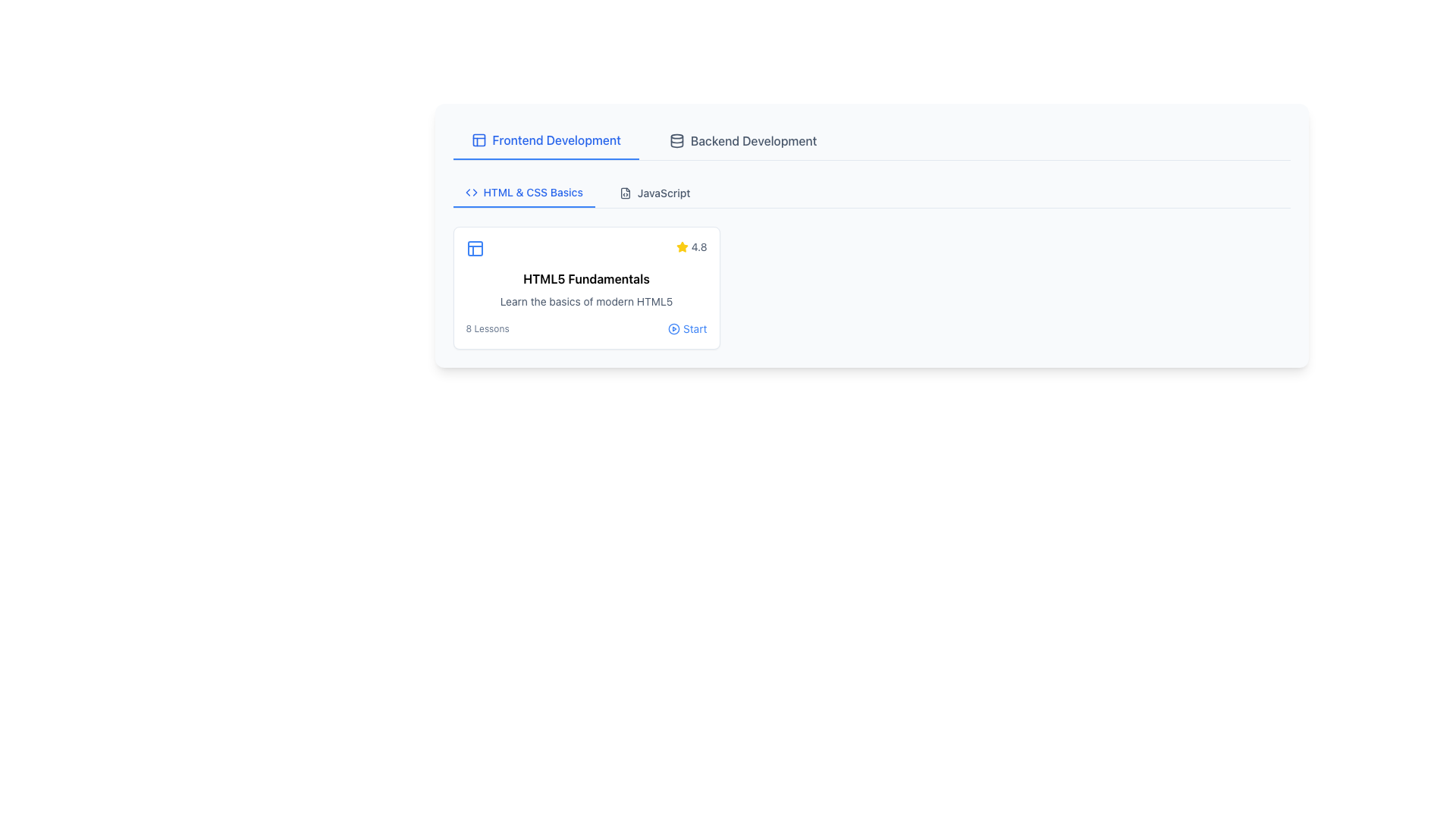 The image size is (1456, 819). I want to click on the small rectangular shape with rounded corners located in the top-left corner of the SVG-based icon in the HTML & CSS Basics section, so click(474, 247).